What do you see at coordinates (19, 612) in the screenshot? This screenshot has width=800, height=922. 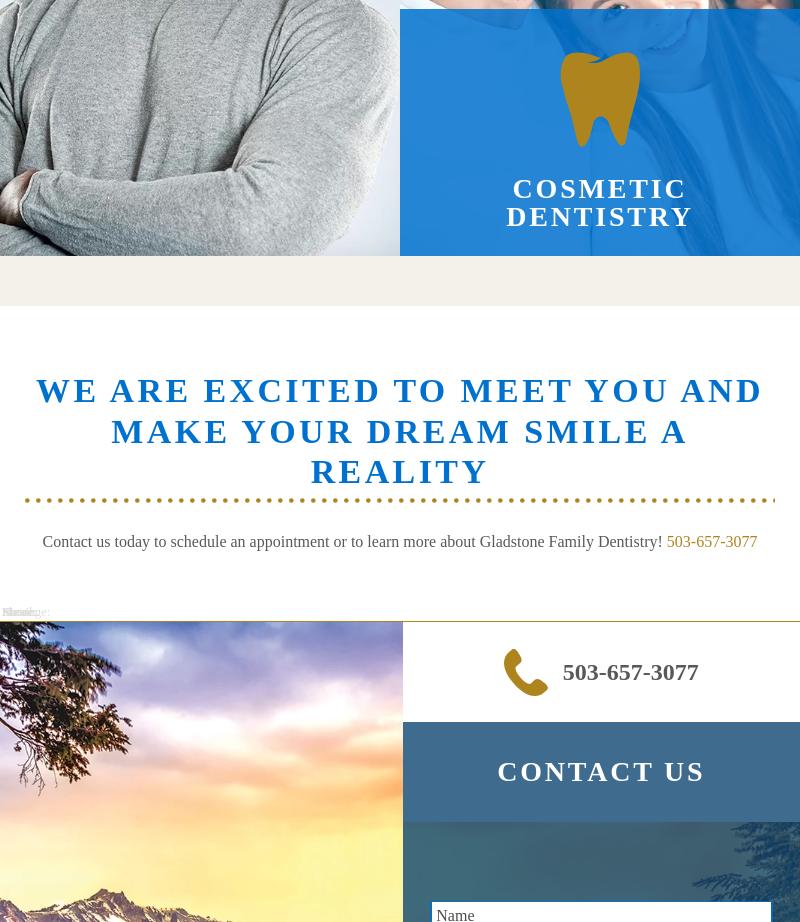 I see `'Phone:'` at bounding box center [19, 612].